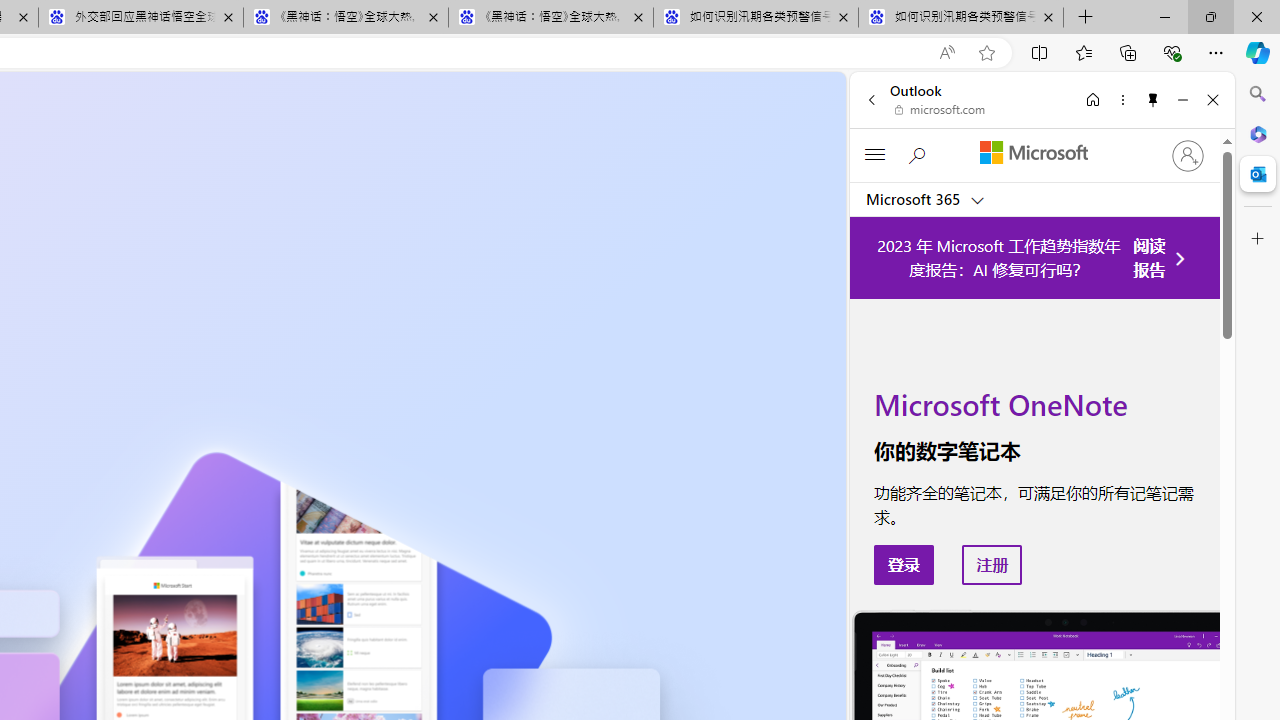 The image size is (1280, 720). What do you see at coordinates (939, 110) in the screenshot?
I see `'microsoft.com'` at bounding box center [939, 110].